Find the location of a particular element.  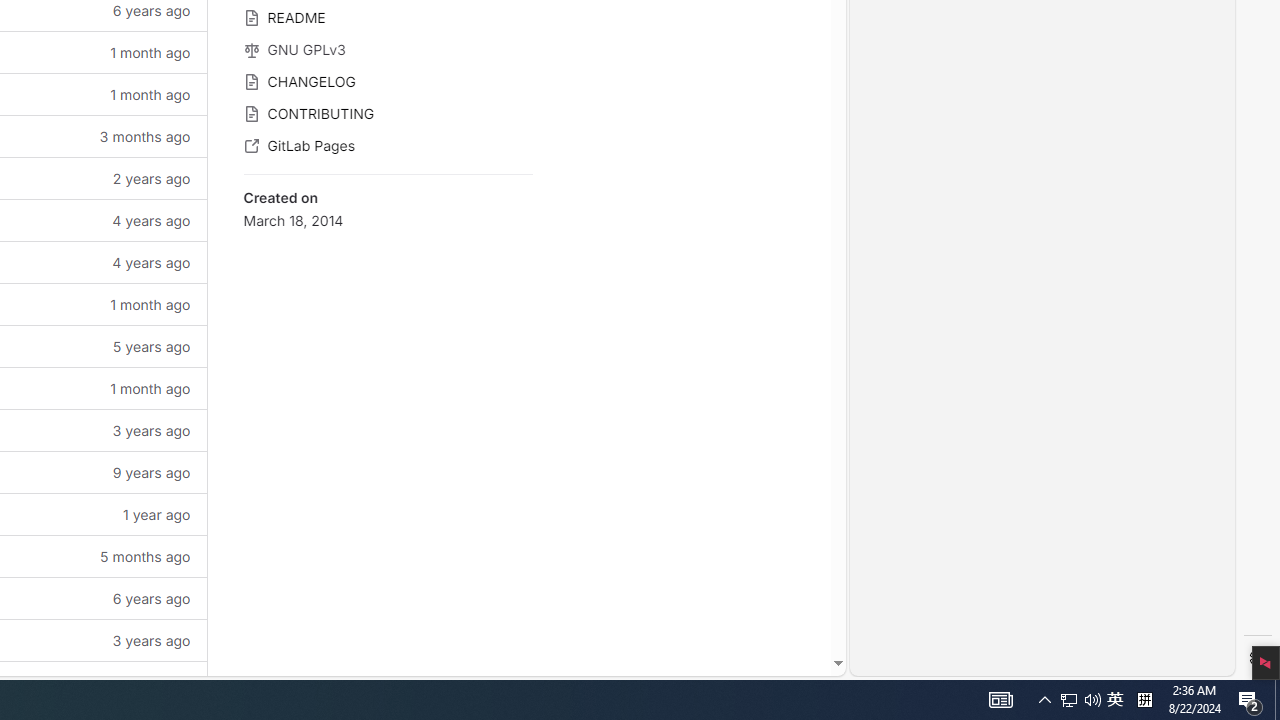

'GitLab Pages' is located at coordinates (387, 143).